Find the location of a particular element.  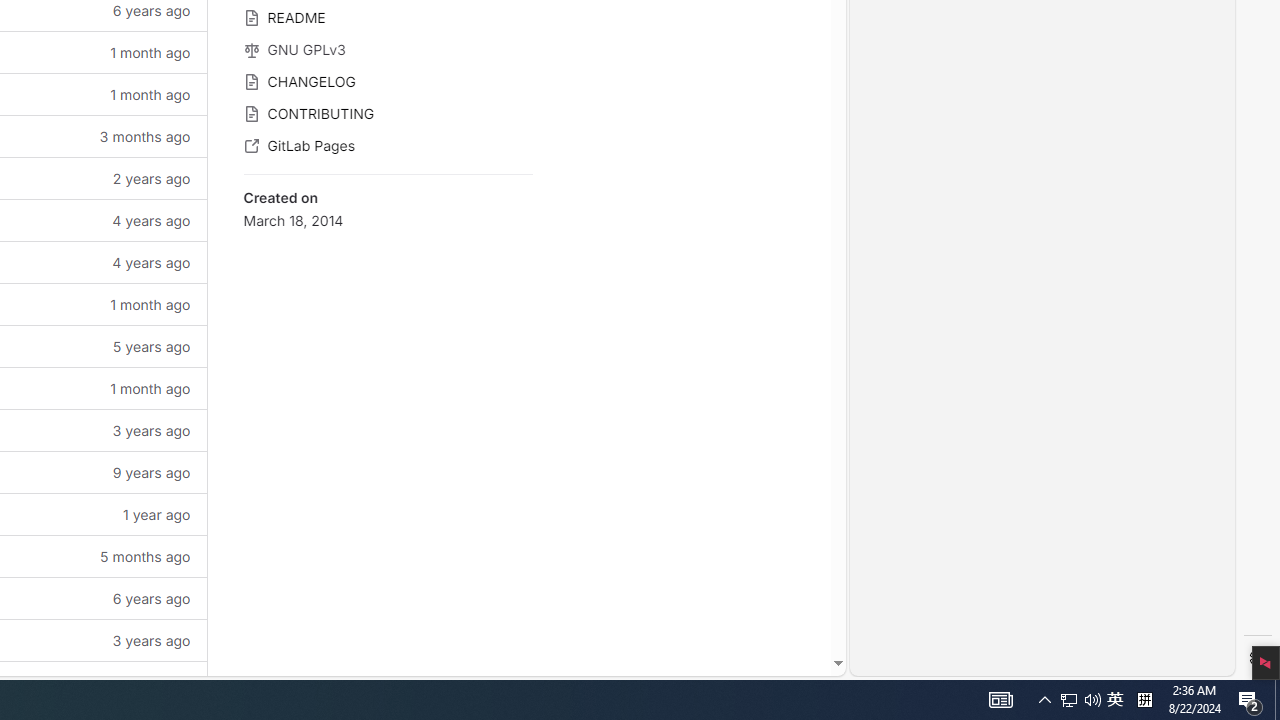

'GitLab Pages' is located at coordinates (387, 143).